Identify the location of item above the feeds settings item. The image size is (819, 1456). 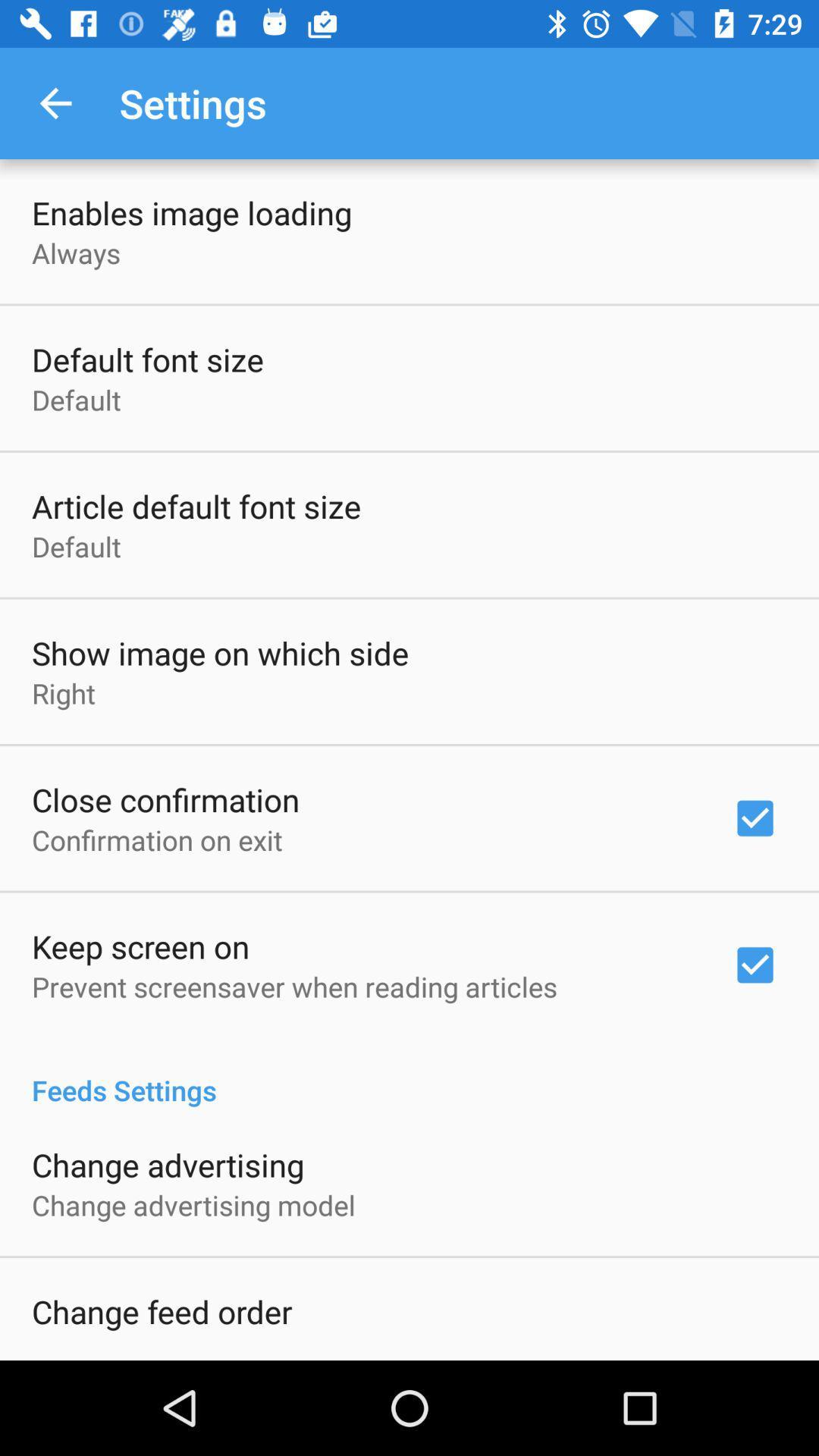
(294, 987).